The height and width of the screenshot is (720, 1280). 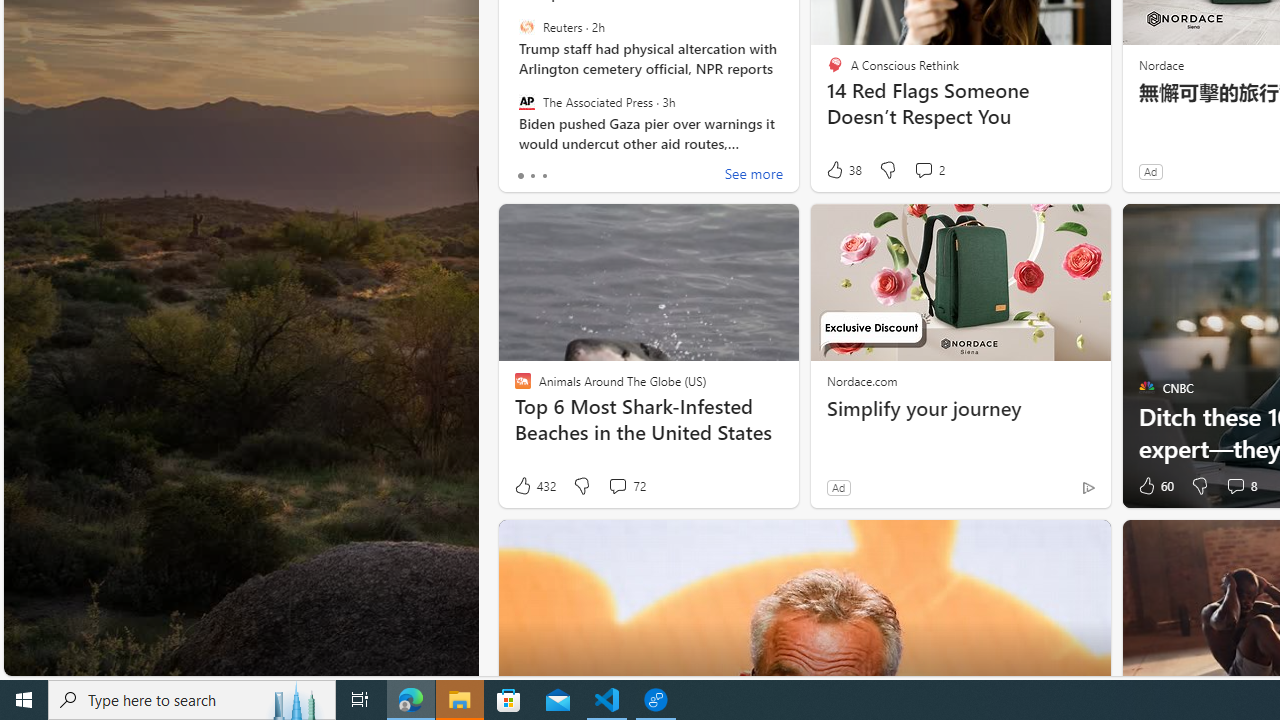 What do you see at coordinates (520, 175) in the screenshot?
I see `'tab-0'` at bounding box center [520, 175].